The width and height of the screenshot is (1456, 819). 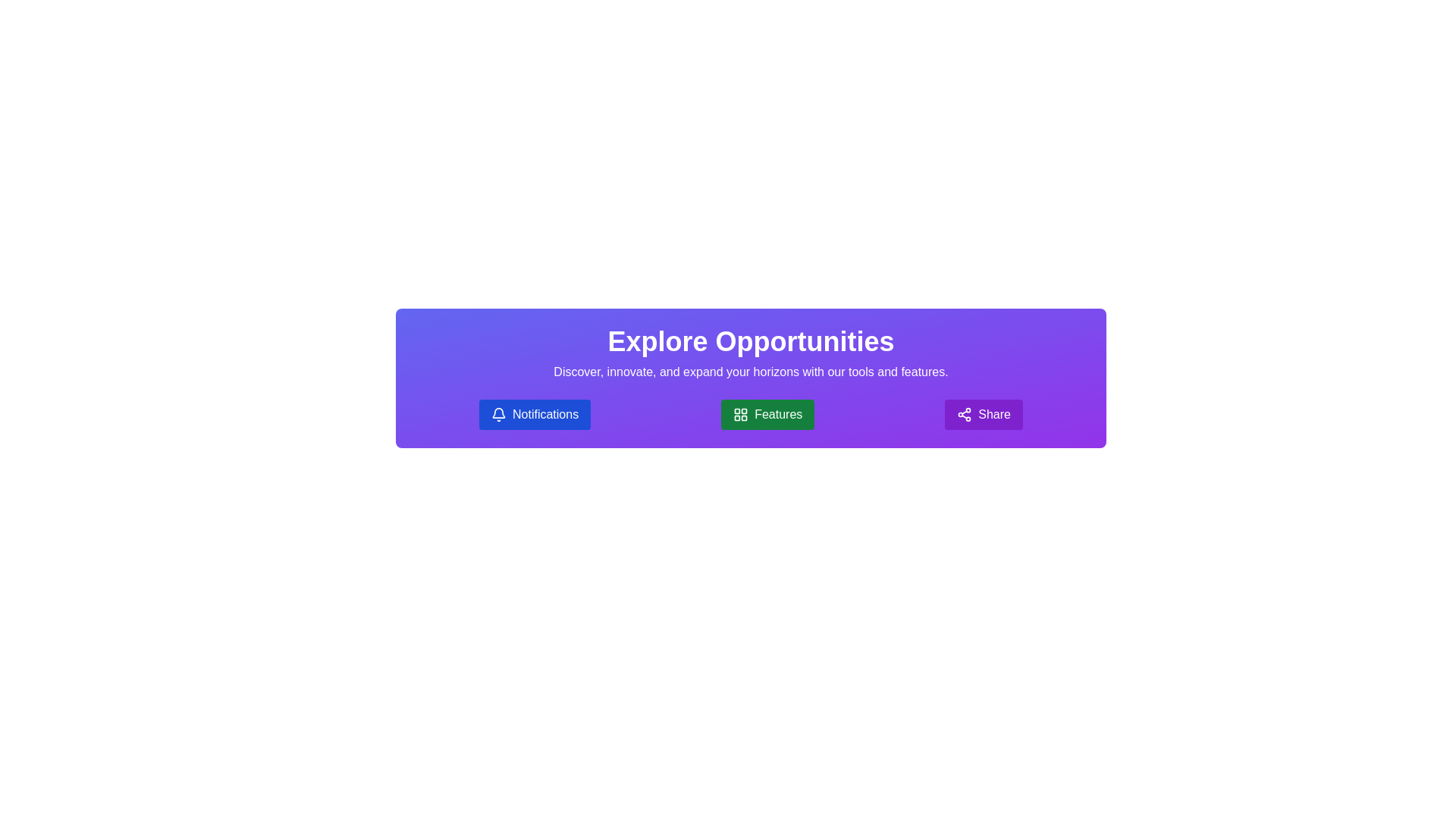 I want to click on the 'Features' button, so click(x=767, y=415).